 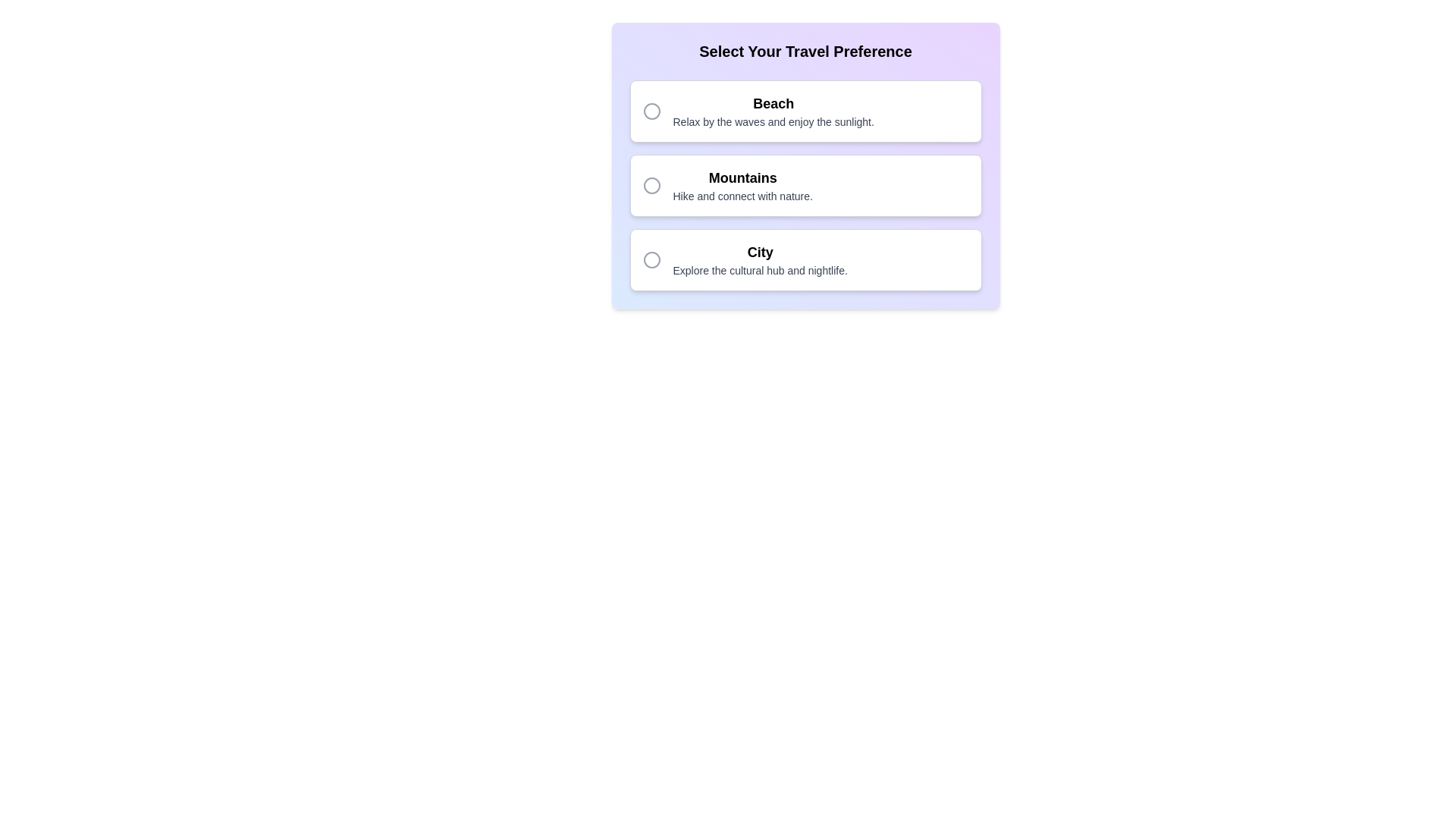 What do you see at coordinates (805, 259) in the screenshot?
I see `the selectable option labeled 'City' in the travel preferences list to possibly reveal additional information` at bounding box center [805, 259].